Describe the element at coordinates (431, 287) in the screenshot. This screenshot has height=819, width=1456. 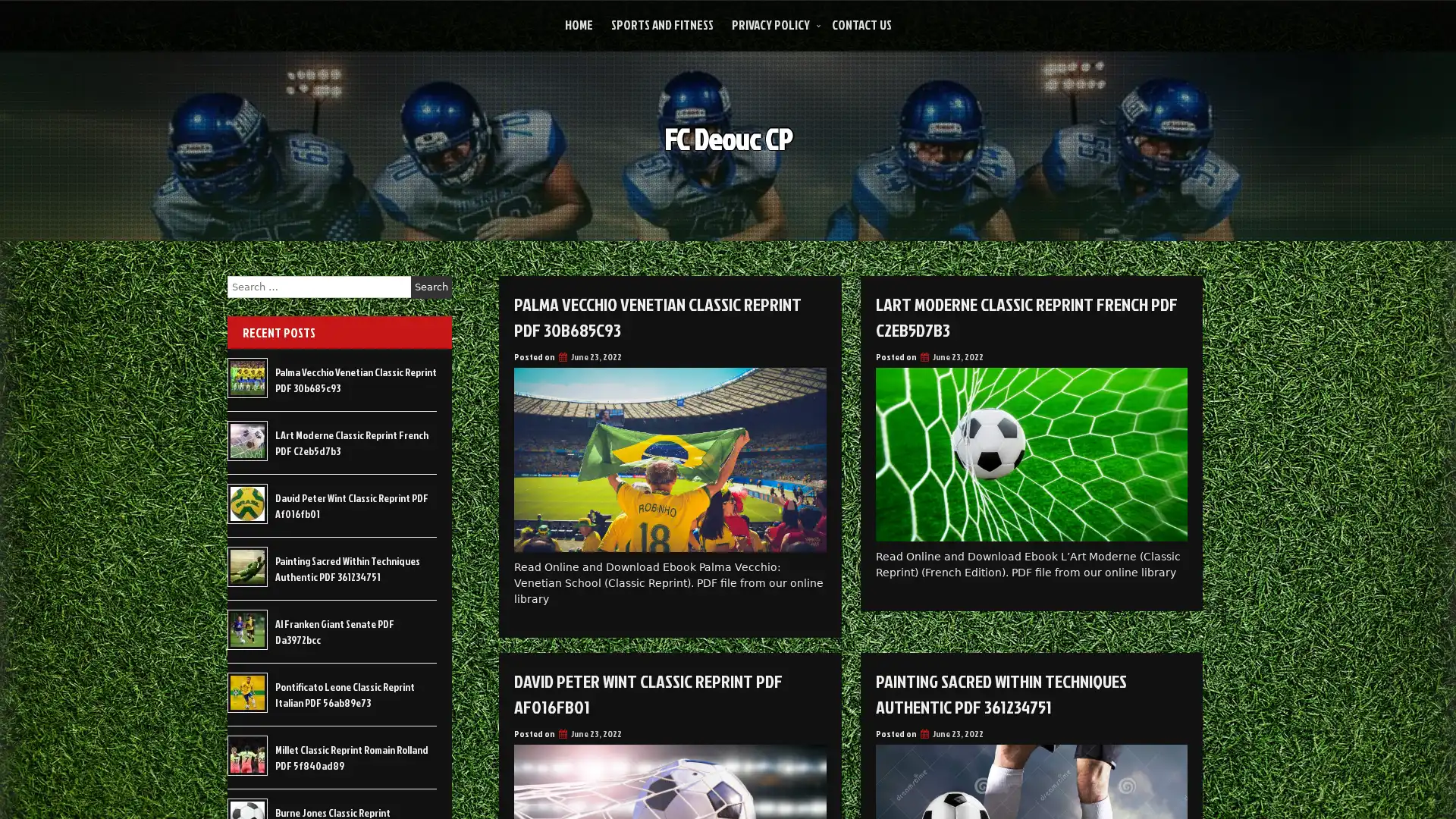
I see `Search` at that location.